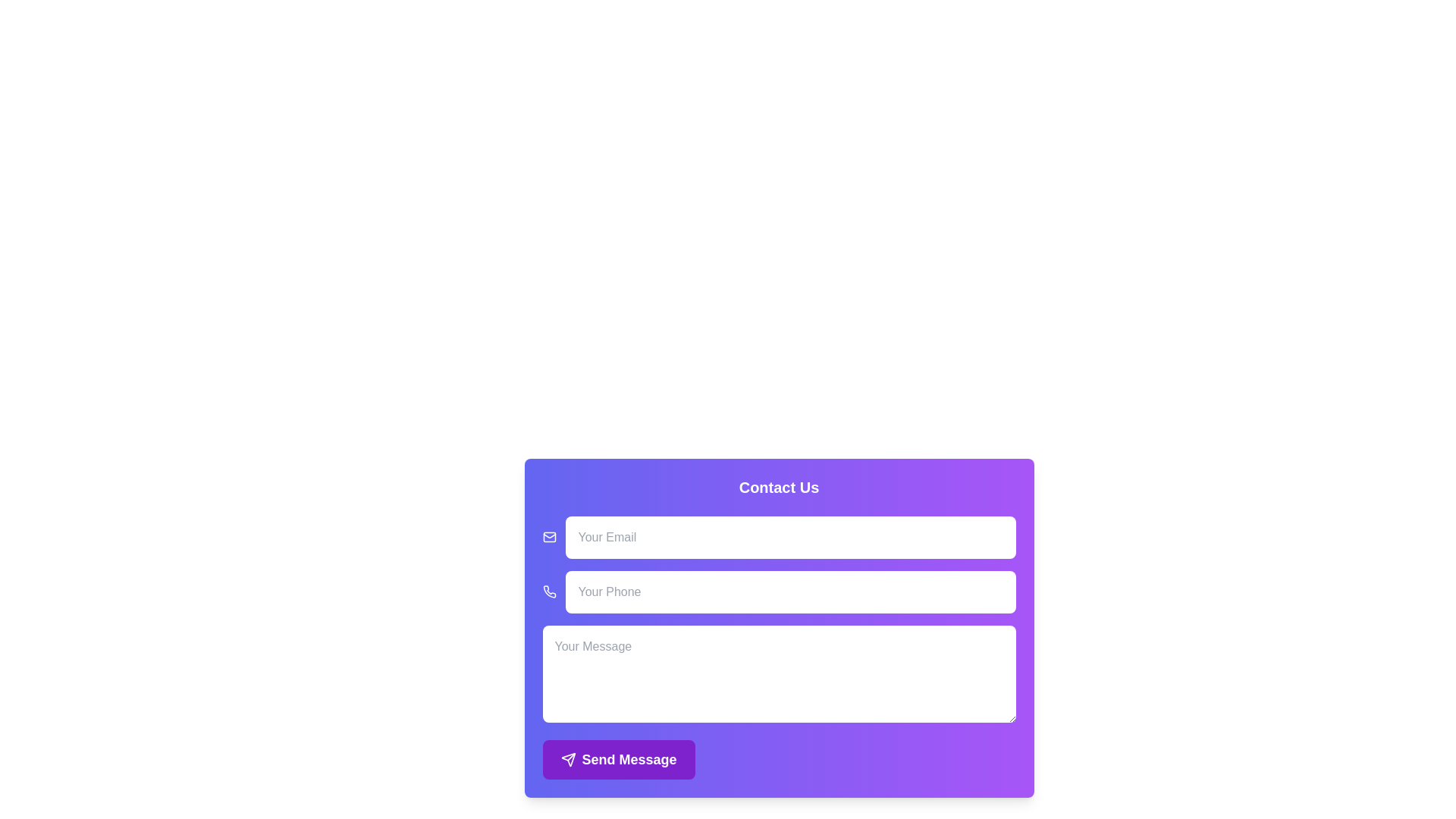 The image size is (1456, 819). I want to click on the phone receiver icon located to the left of the 'Your Phone' text input field in the 'Contact Us' form, so click(548, 591).